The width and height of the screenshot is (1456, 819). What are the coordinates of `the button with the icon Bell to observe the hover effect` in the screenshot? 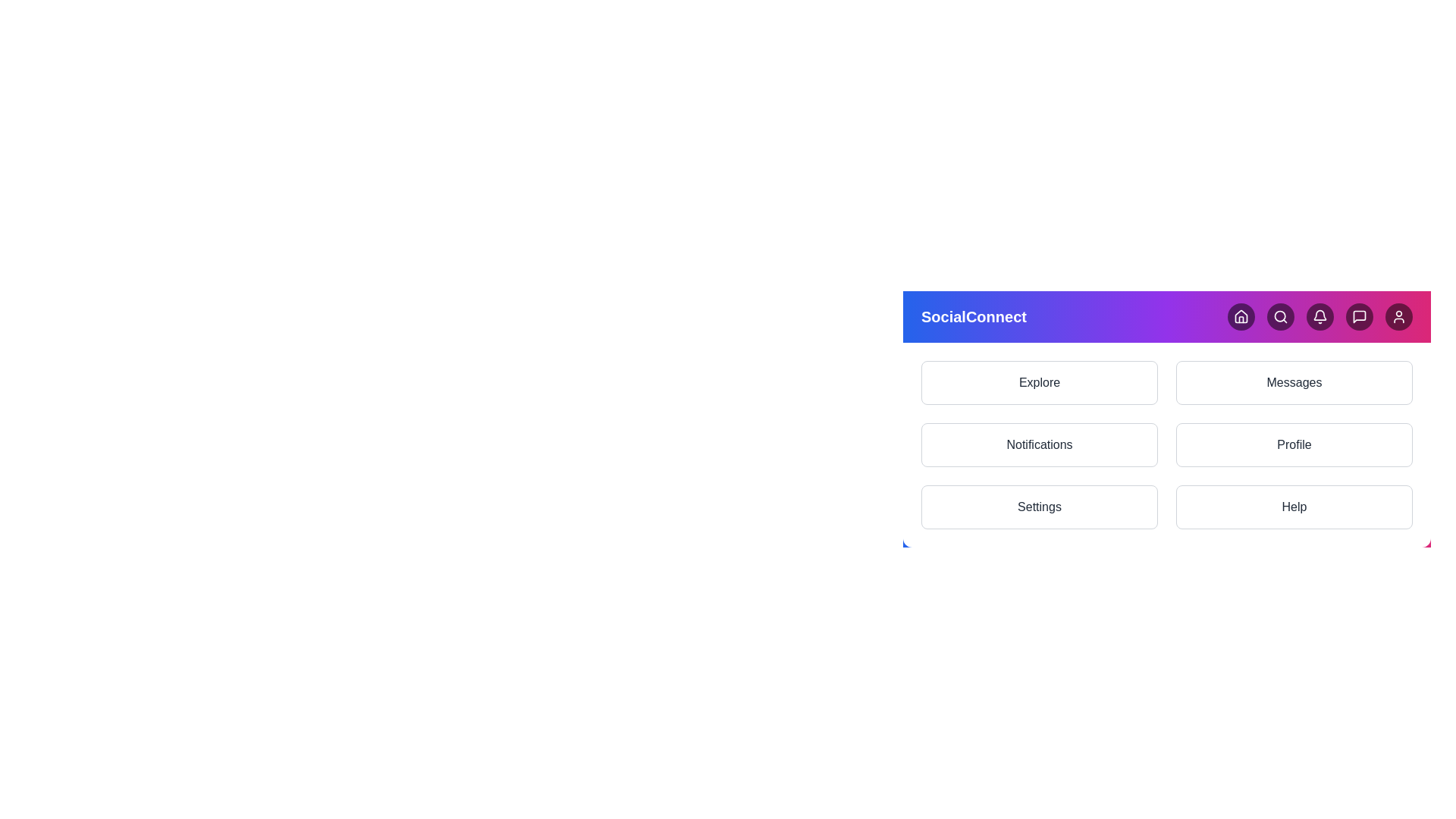 It's located at (1319, 315).